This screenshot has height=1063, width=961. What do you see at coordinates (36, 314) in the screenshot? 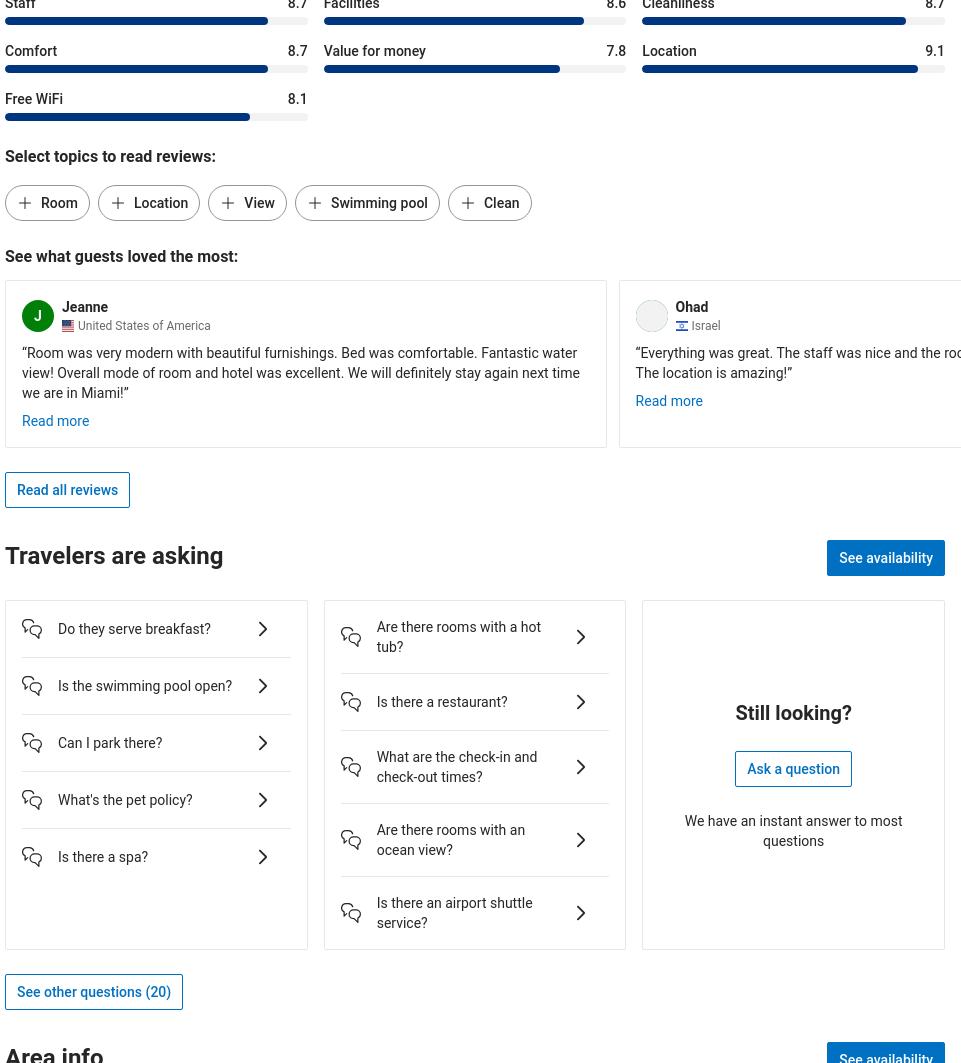
I see `'J'` at bounding box center [36, 314].